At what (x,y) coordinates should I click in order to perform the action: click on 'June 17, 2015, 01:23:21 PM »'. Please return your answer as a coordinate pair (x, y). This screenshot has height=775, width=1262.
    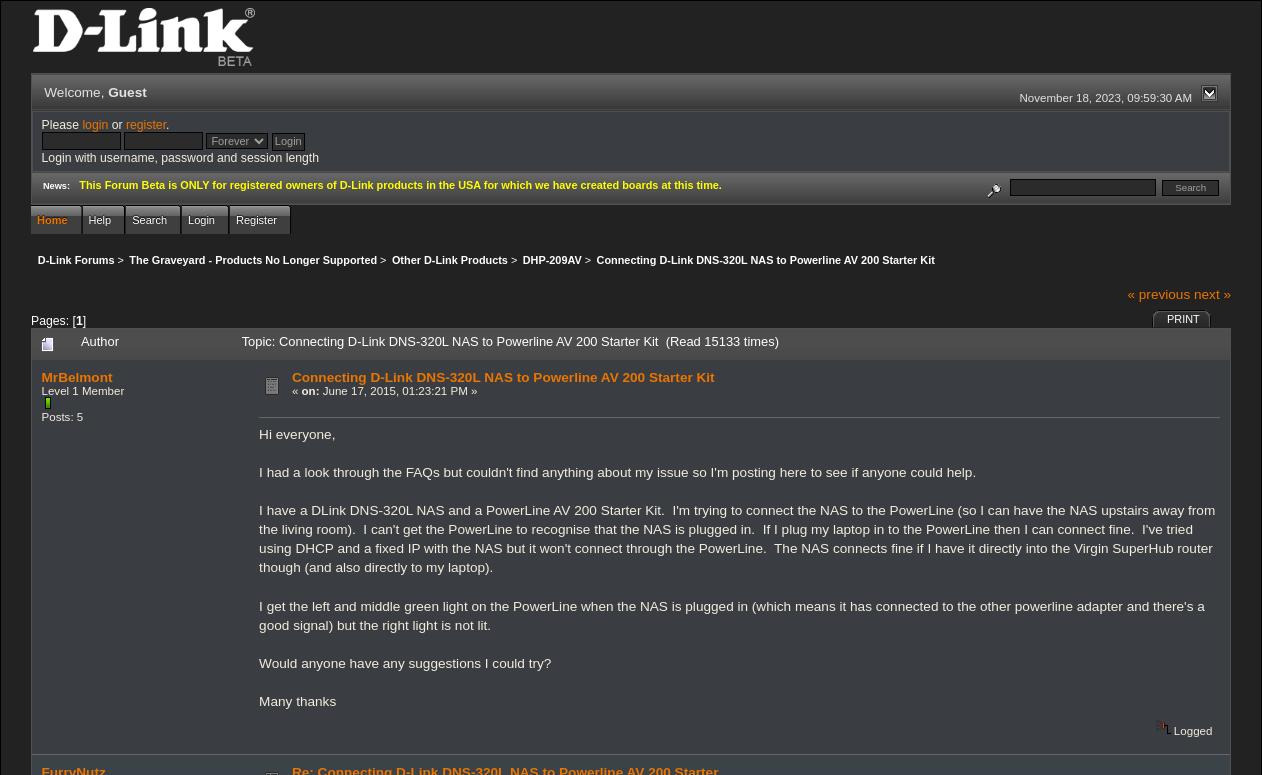
    Looking at the image, I should click on (398, 388).